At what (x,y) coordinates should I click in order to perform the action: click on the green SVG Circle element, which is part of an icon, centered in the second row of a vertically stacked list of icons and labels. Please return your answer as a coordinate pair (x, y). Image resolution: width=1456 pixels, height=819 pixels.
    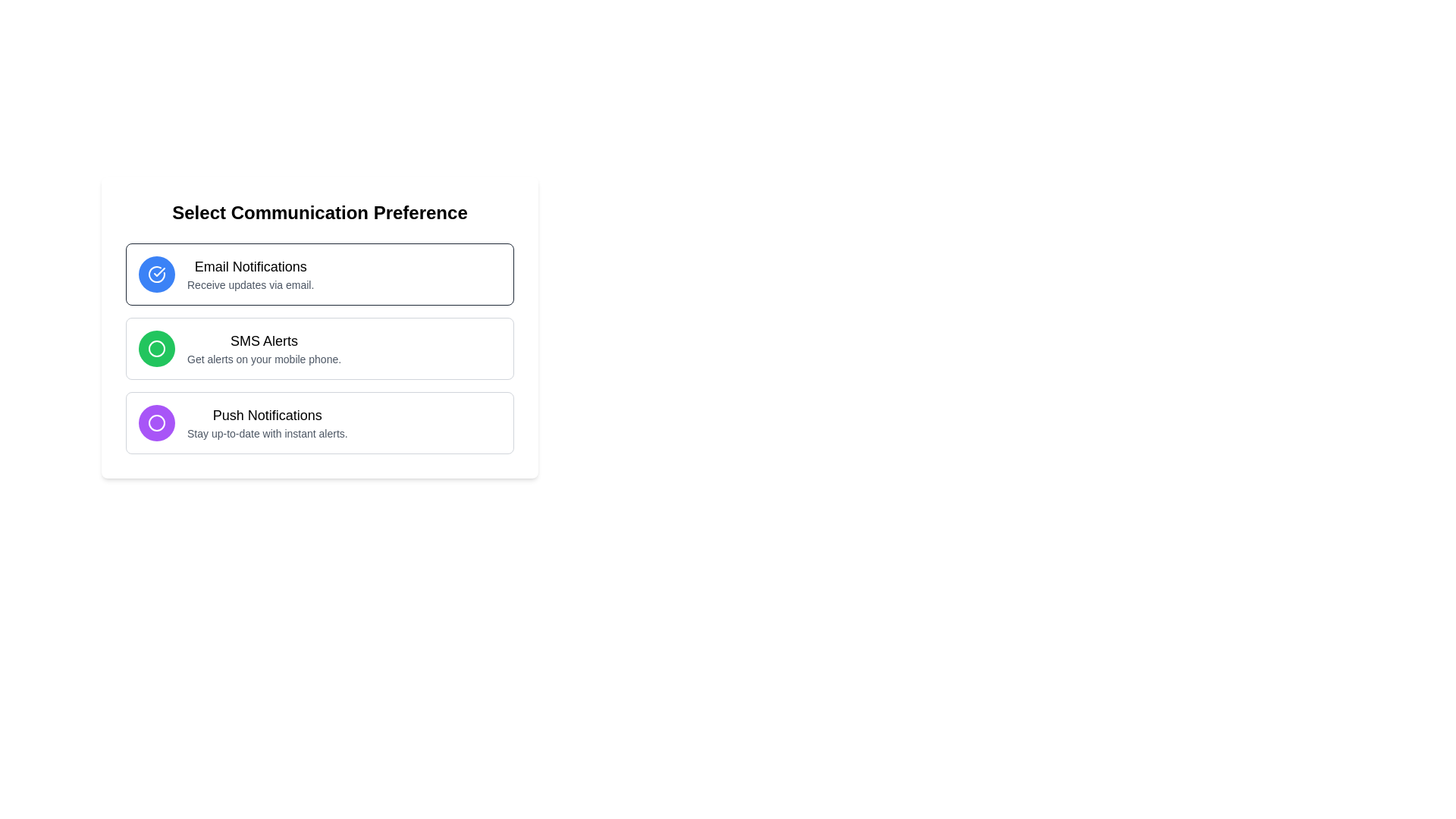
    Looking at the image, I should click on (156, 348).